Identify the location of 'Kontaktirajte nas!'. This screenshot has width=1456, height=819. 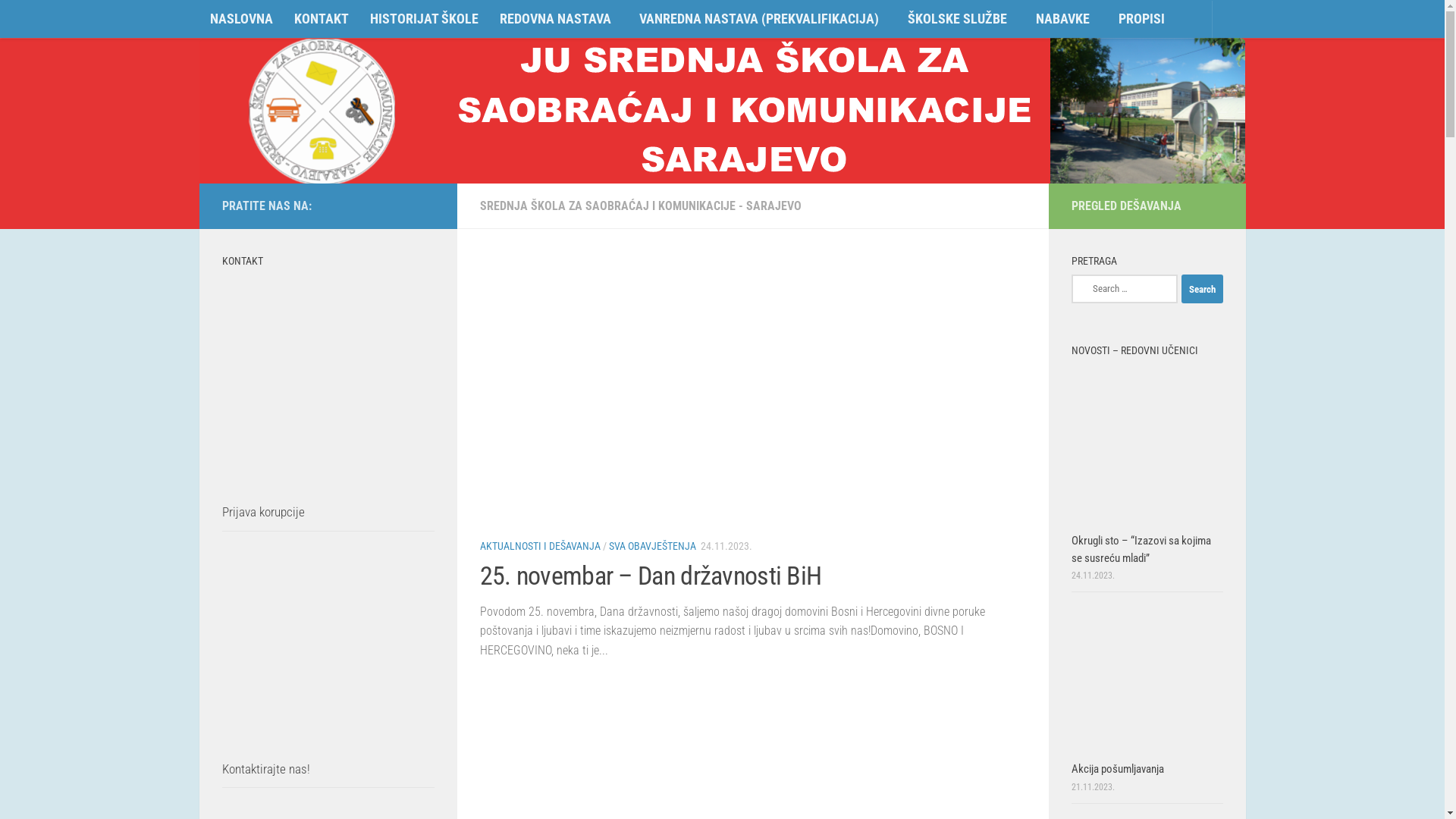
(265, 769).